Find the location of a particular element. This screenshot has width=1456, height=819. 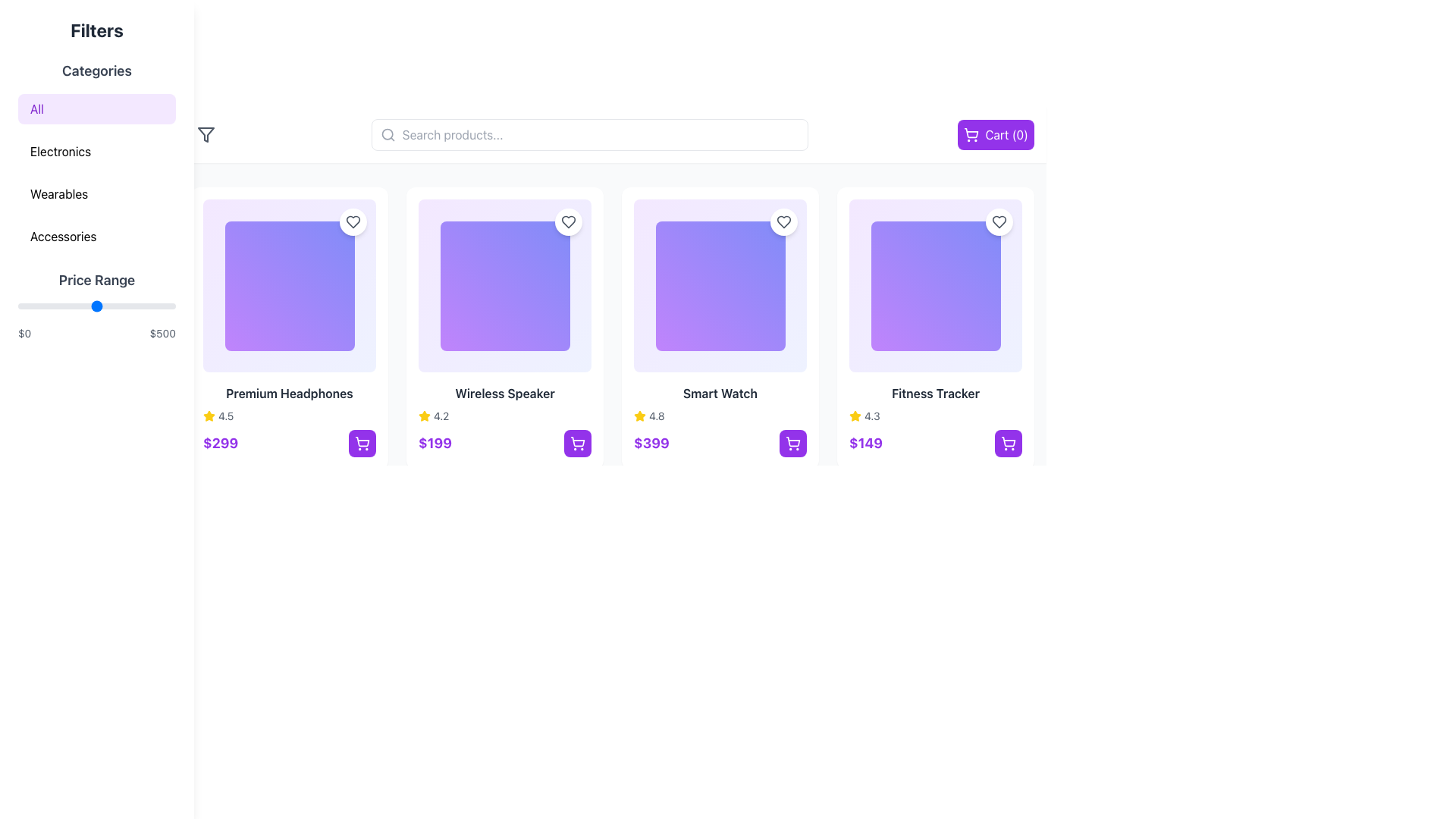

the 'Accessories' button styled in black font located in the sidebar under the 'Categories' title is located at coordinates (96, 237).